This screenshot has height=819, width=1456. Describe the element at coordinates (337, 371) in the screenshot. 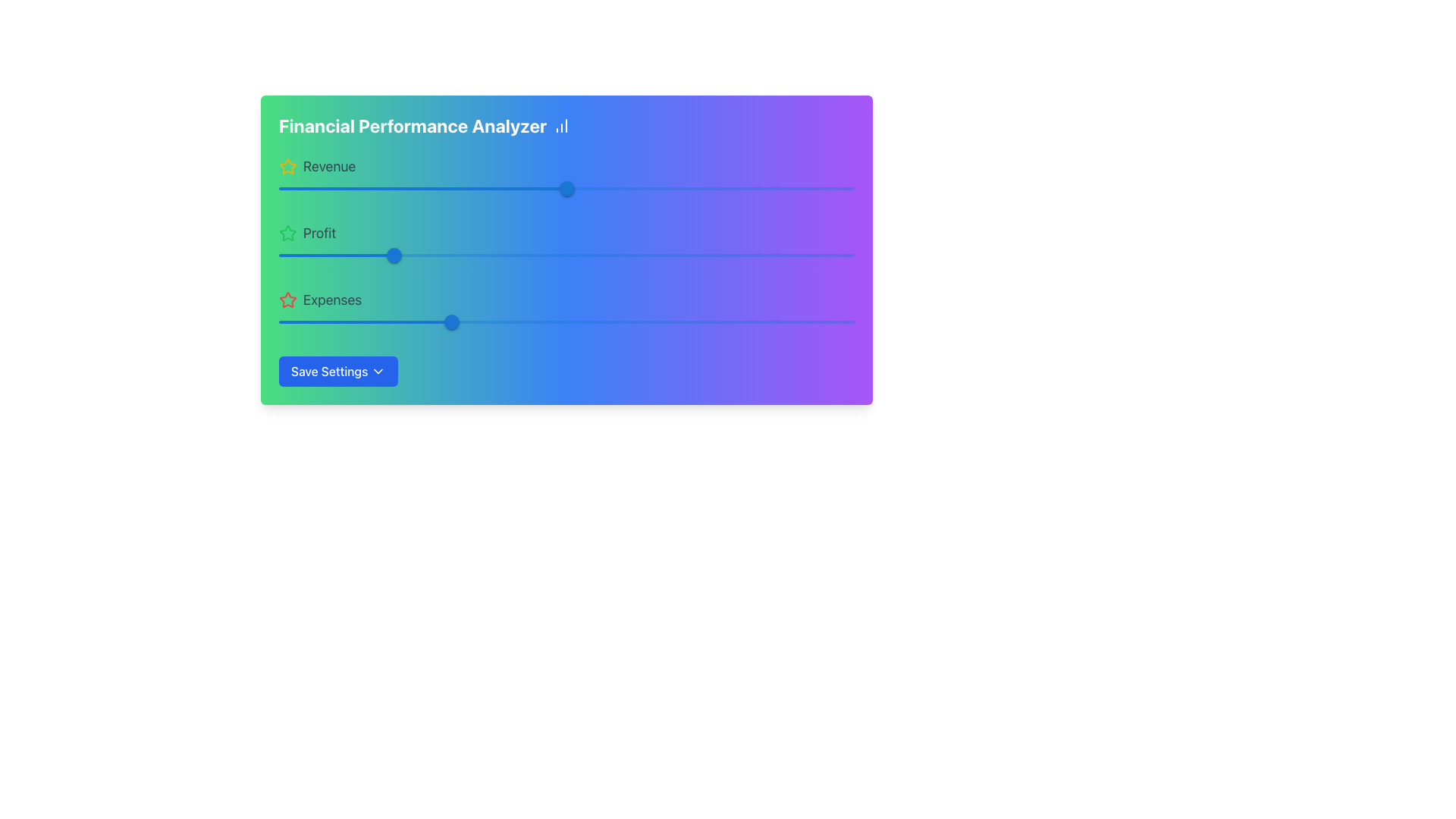

I see `the 'Save Settings' button with integrated dropdown functionality` at that location.